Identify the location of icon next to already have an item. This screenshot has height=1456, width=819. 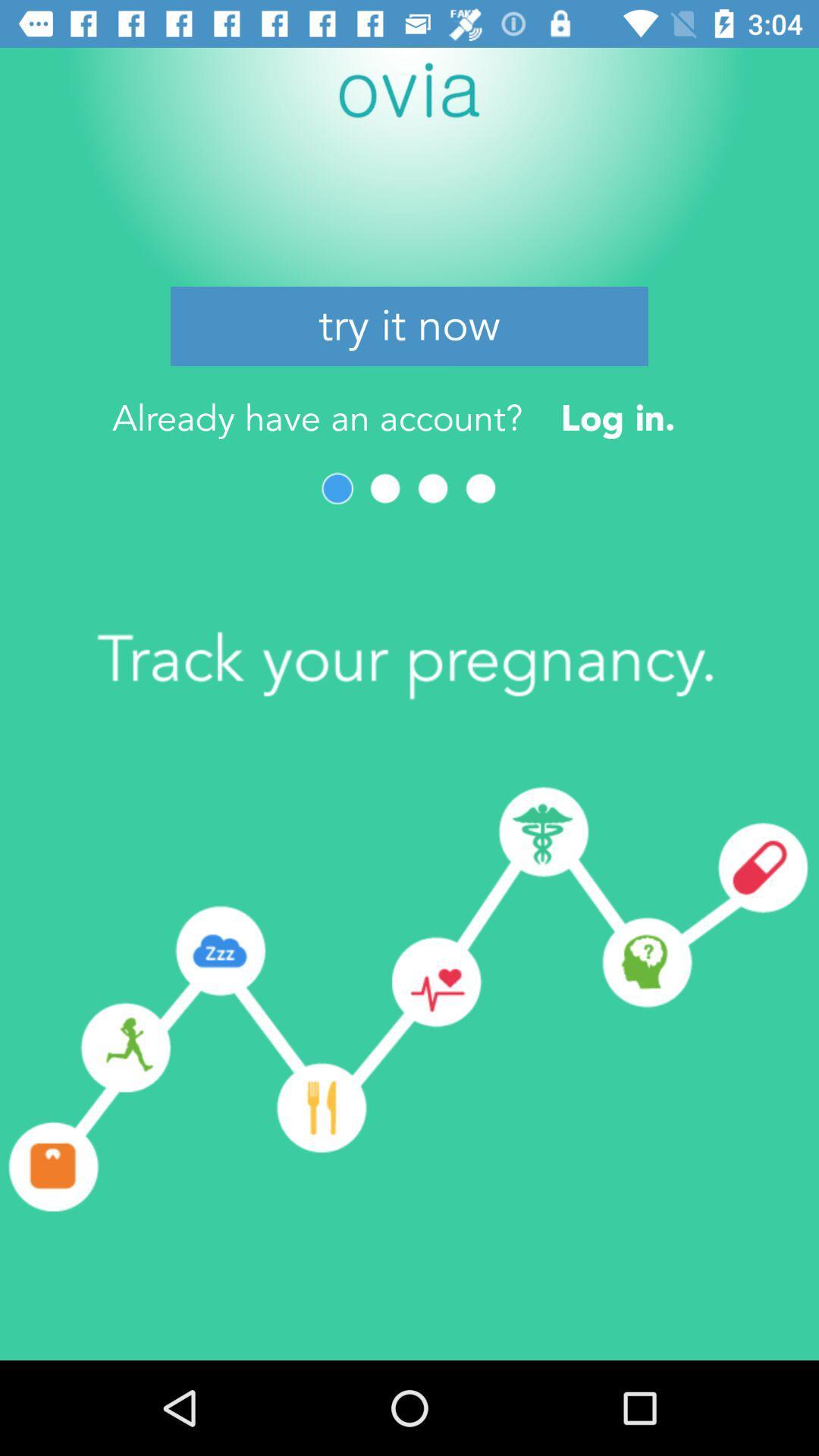
(618, 418).